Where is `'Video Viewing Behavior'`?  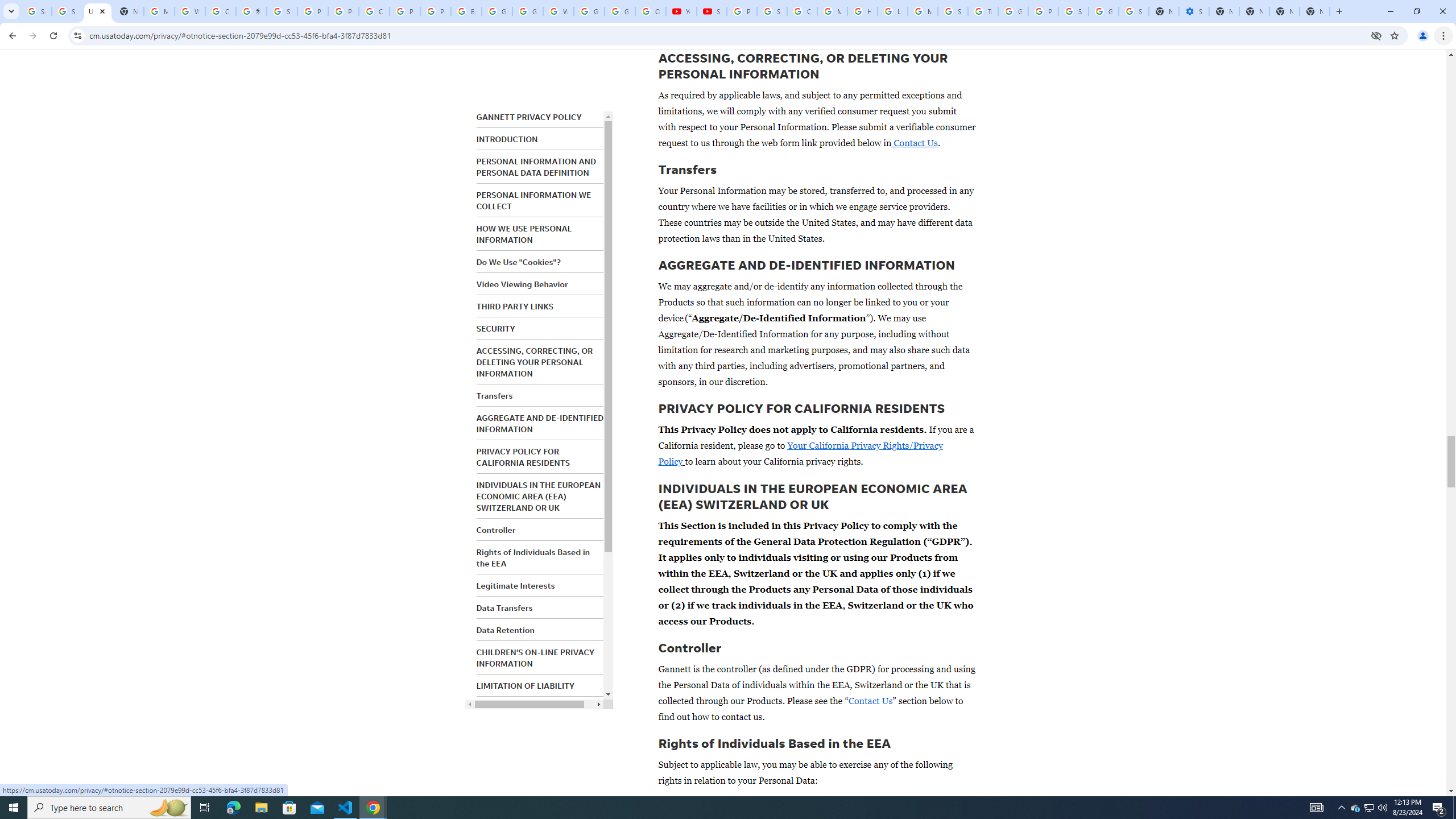
'Video Viewing Behavior' is located at coordinates (522, 283).